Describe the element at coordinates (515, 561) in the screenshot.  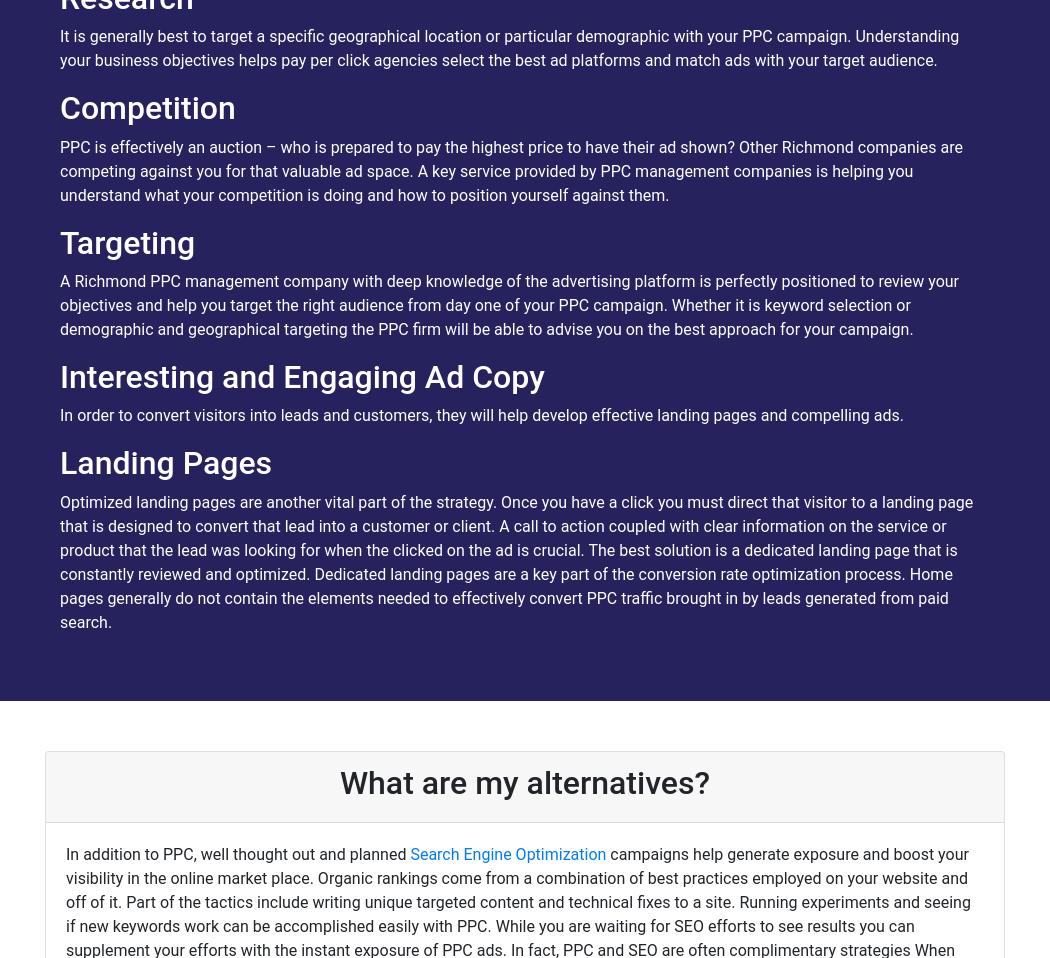
I see `'Optimized landing pages are another vital part of the strategy. Once you have a click you must direct that visitor to a landing page that is designed to convert that lead into a customer or client.
A call to action coupled with clear information on the service or product that the lead was looking for when the clicked on the ad is crucial.
The best solution is a dedicated landing page that is constantly reviewed and optimized.
Dedicated landing pages are a key part of the conversion rate optimization process. Home pages generally do not contain the elements needed to effectively convert PPC traffic brought in by leads generated from paid search.'` at that location.